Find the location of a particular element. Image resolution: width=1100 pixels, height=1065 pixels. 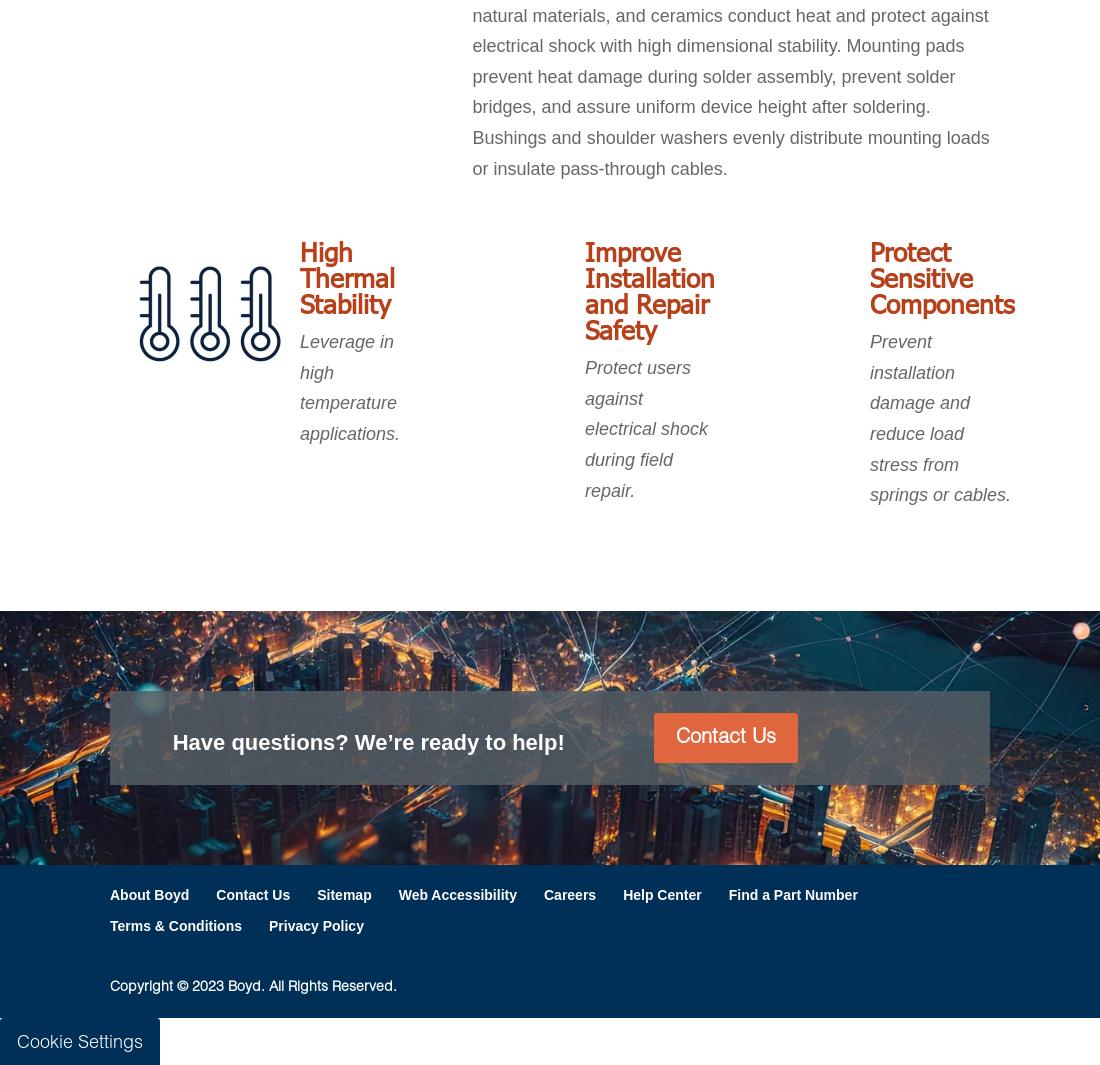

'Web Accessibility' is located at coordinates (397, 893).